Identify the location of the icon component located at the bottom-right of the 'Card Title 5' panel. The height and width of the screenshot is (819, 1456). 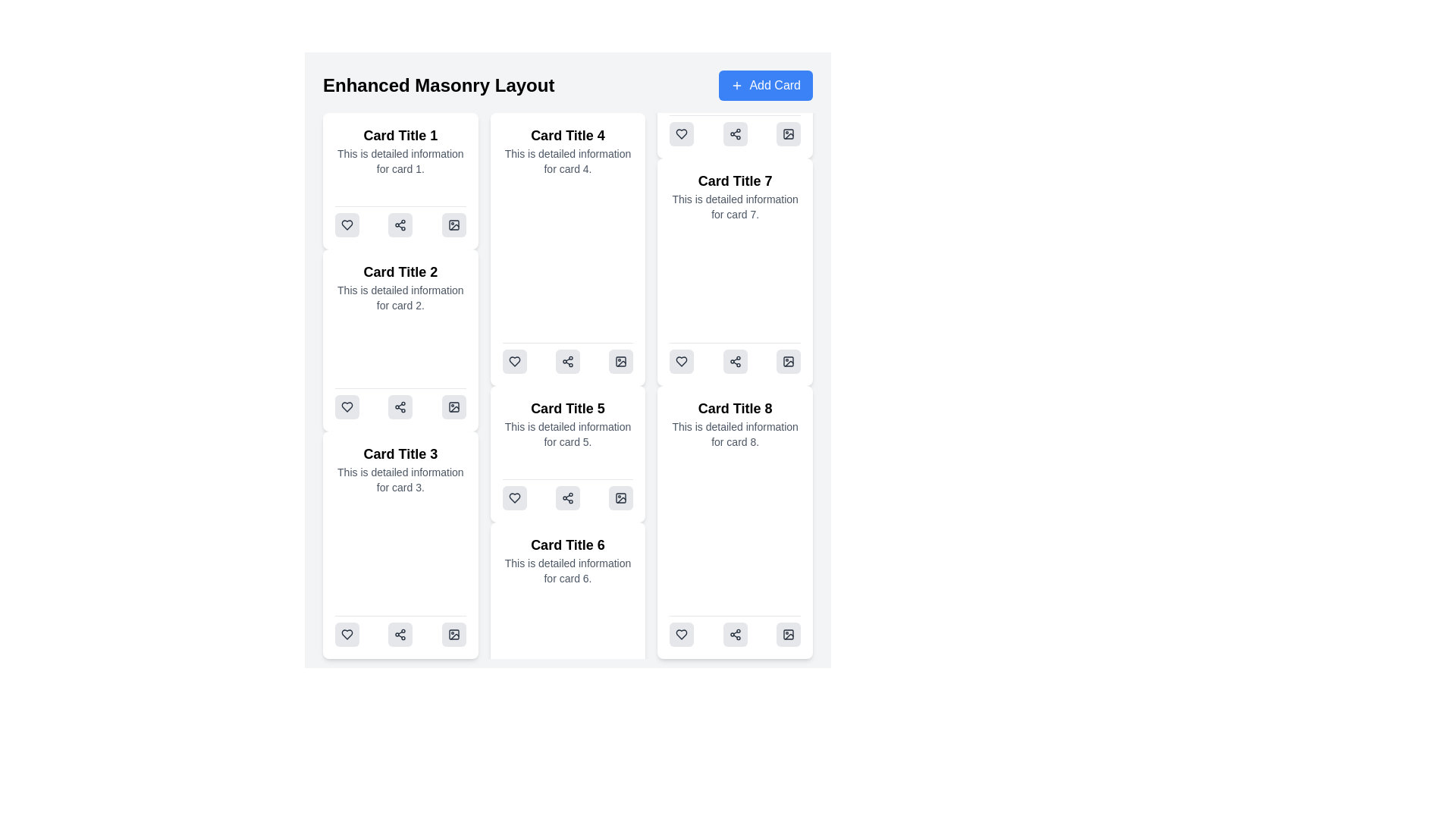
(621, 497).